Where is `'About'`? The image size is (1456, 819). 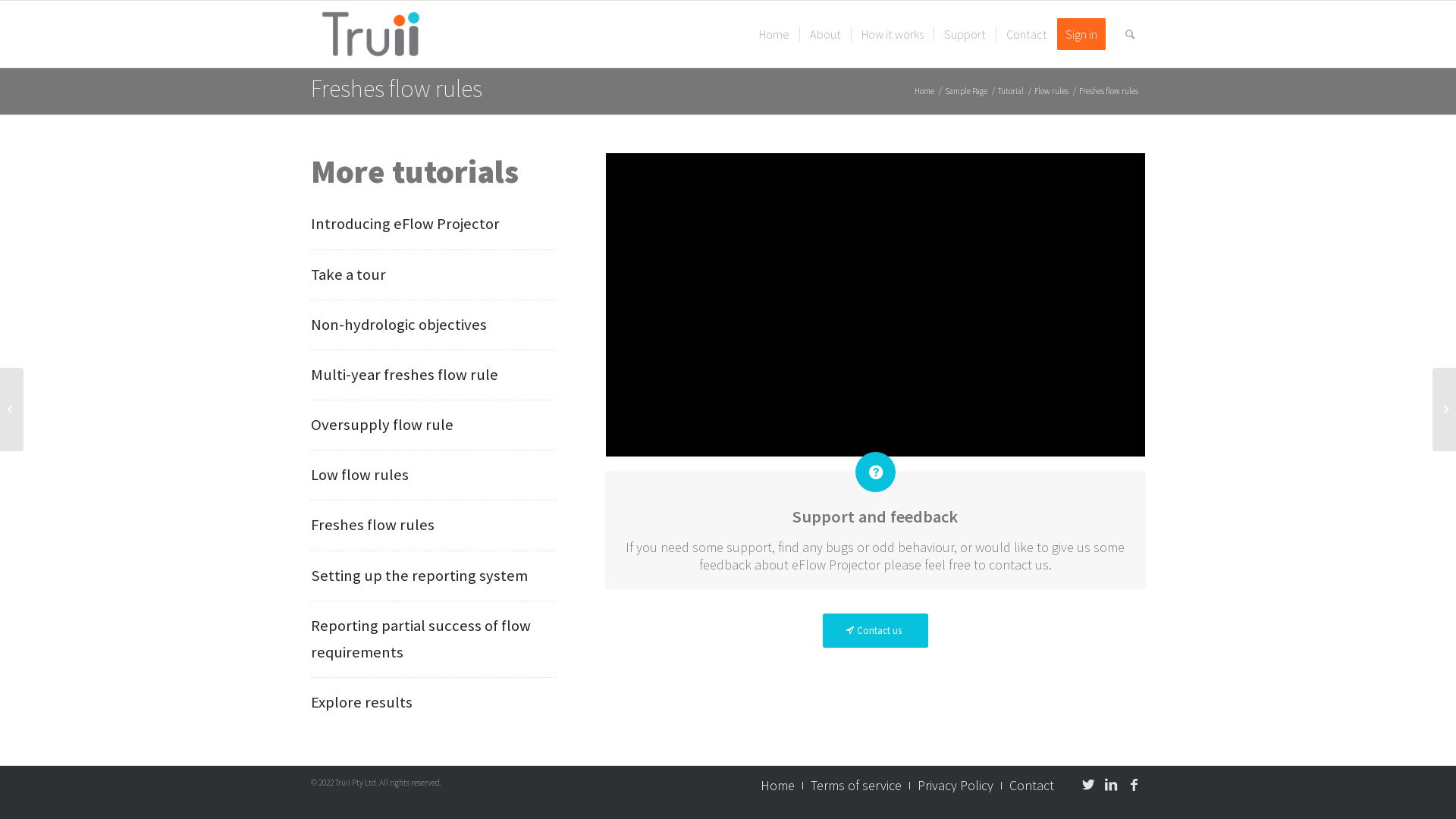 'About' is located at coordinates (824, 34).